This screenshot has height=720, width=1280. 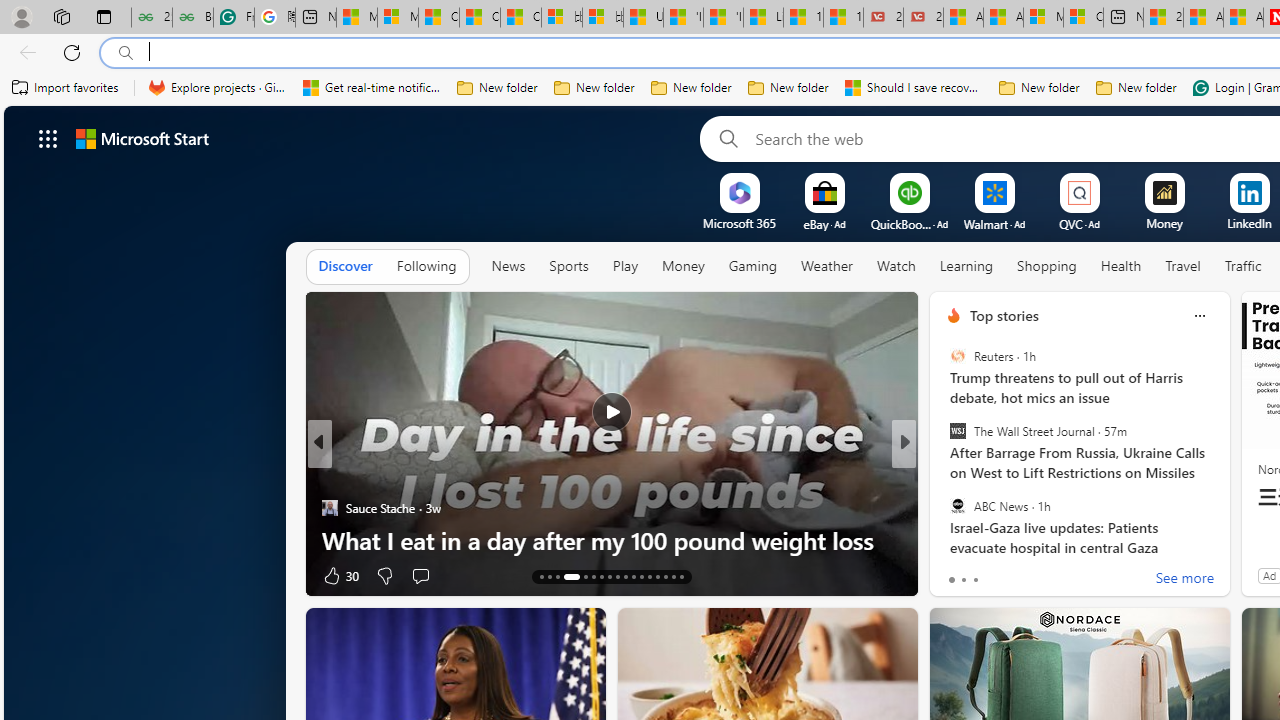 I want to click on 'AutomationID: tab-20', so click(x=608, y=577).